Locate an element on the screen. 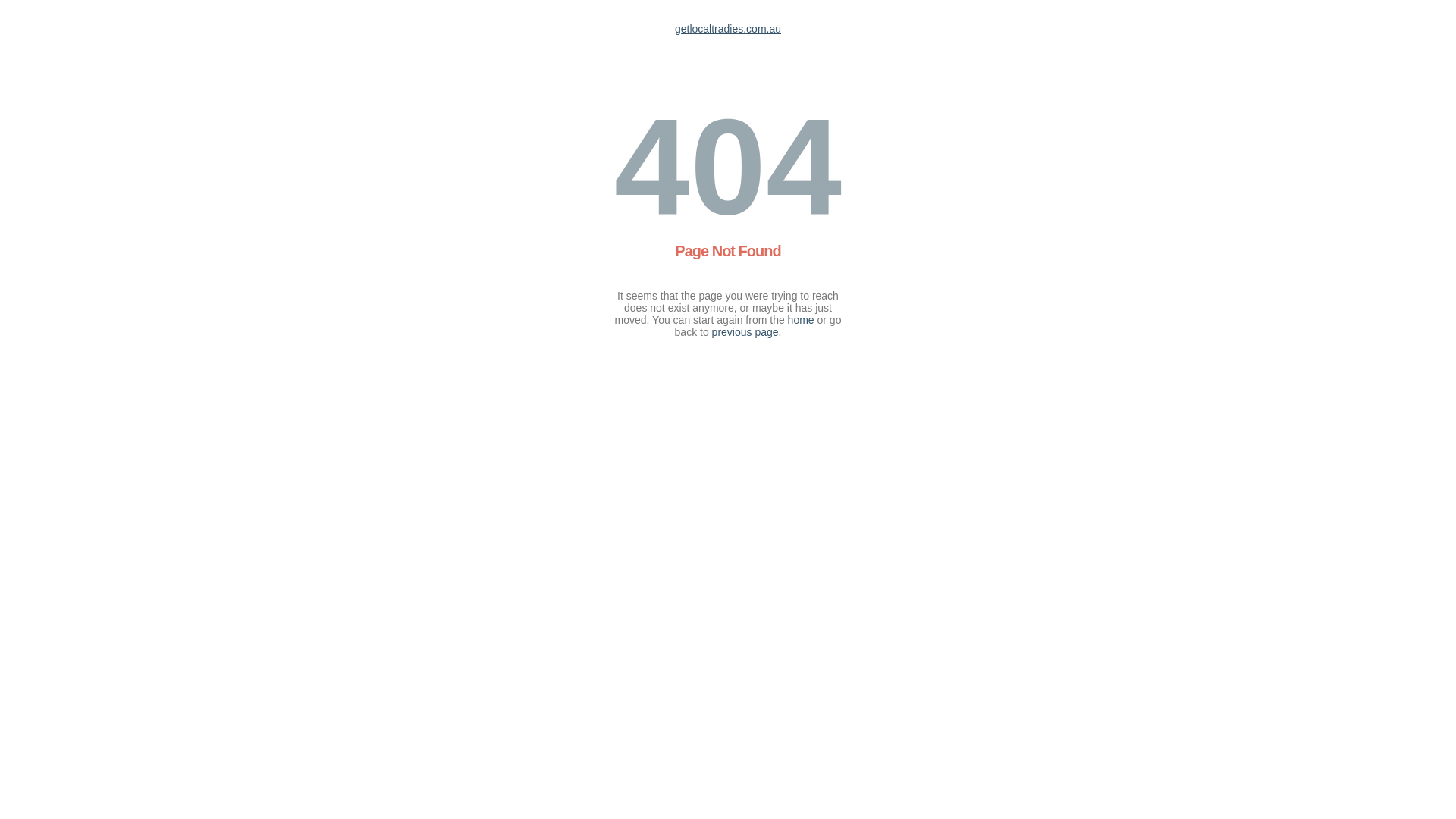 This screenshot has width=1456, height=819. 'getlocaltradies.com.au' is located at coordinates (728, 29).